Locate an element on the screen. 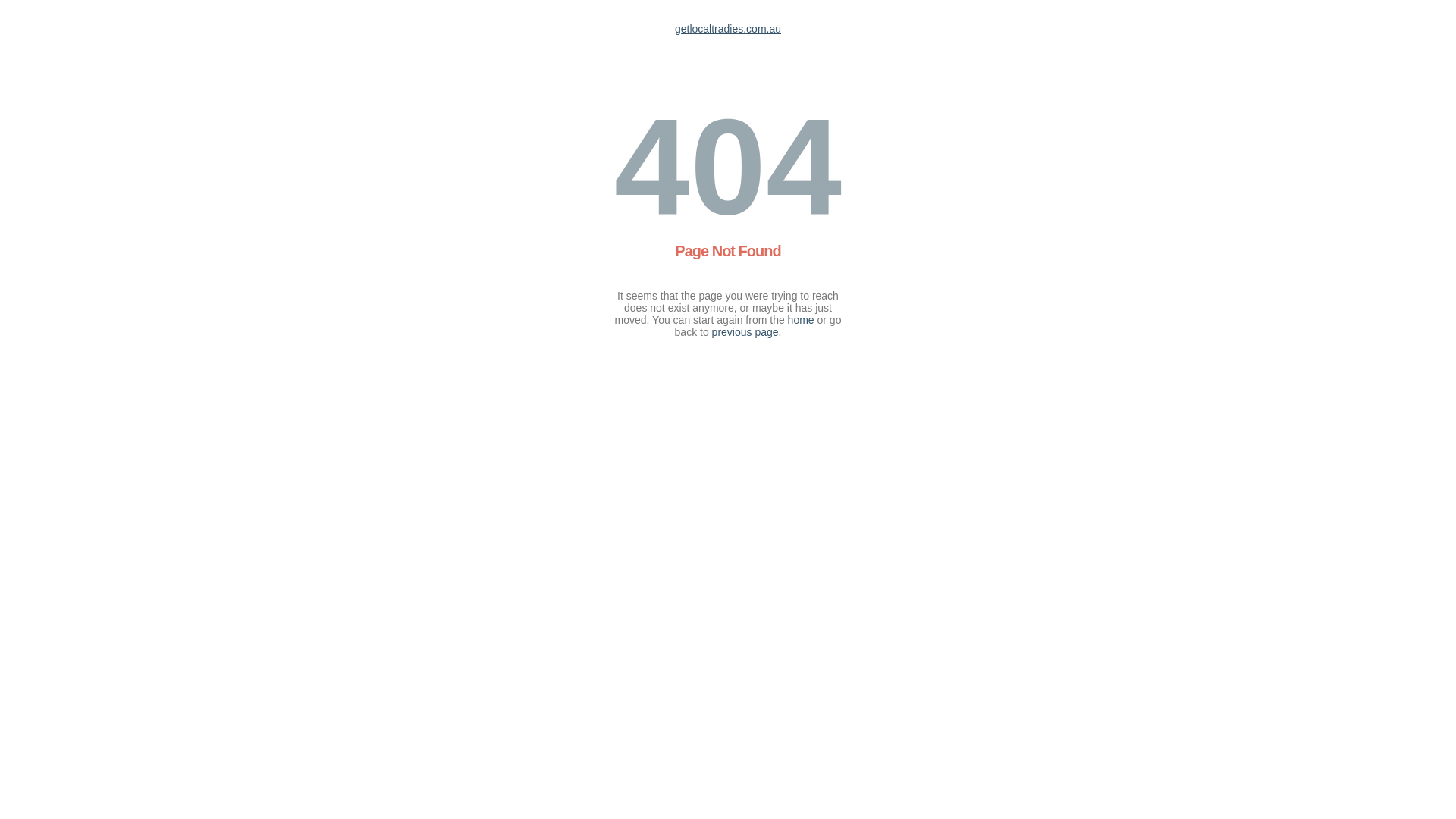 This screenshot has width=1456, height=819. 'getlocaltradies.com.au' is located at coordinates (728, 29).